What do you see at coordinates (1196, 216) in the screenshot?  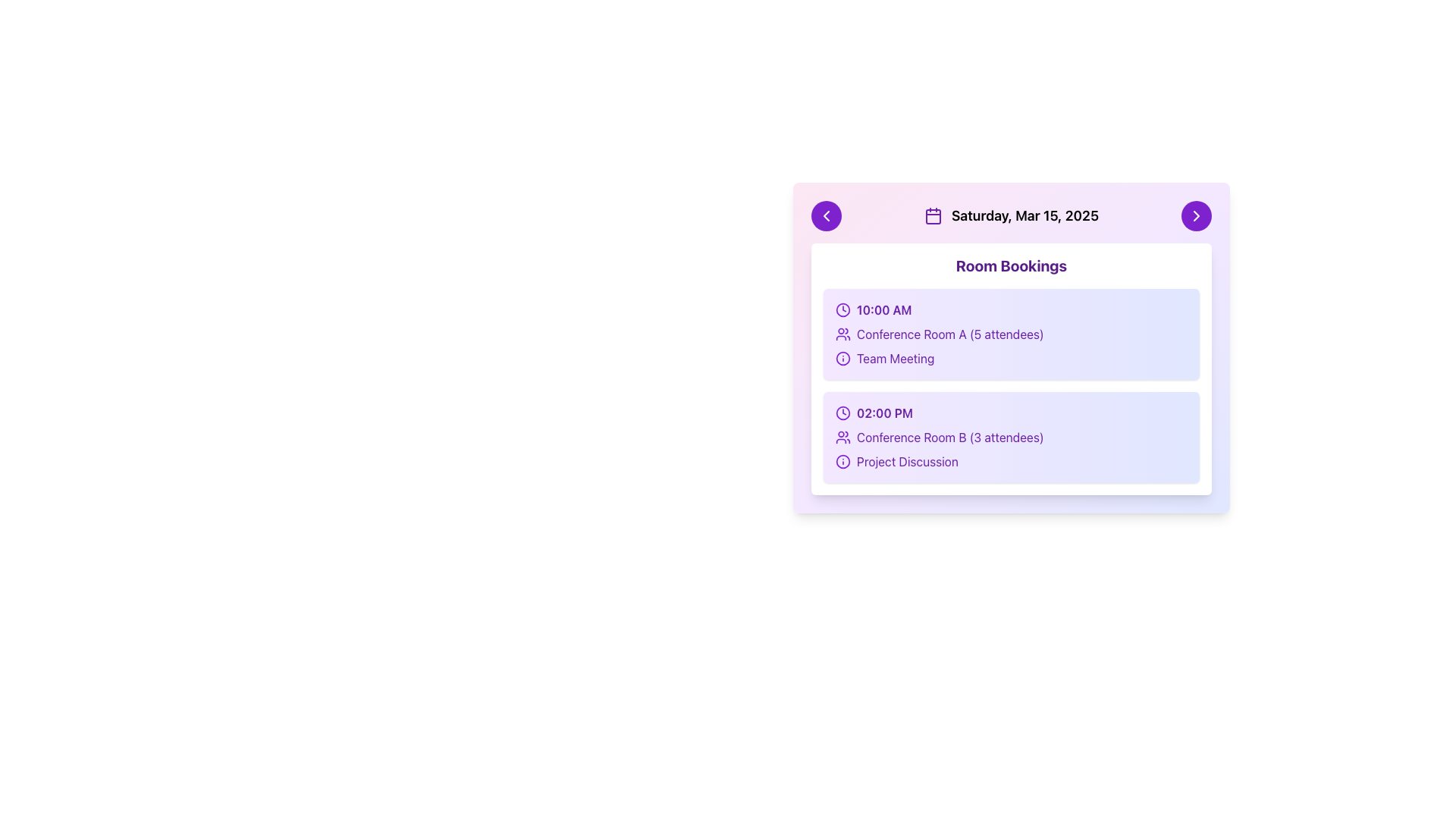 I see `the forward navigation arrow icon located in the top-right corner of the Room Bookings section` at bounding box center [1196, 216].